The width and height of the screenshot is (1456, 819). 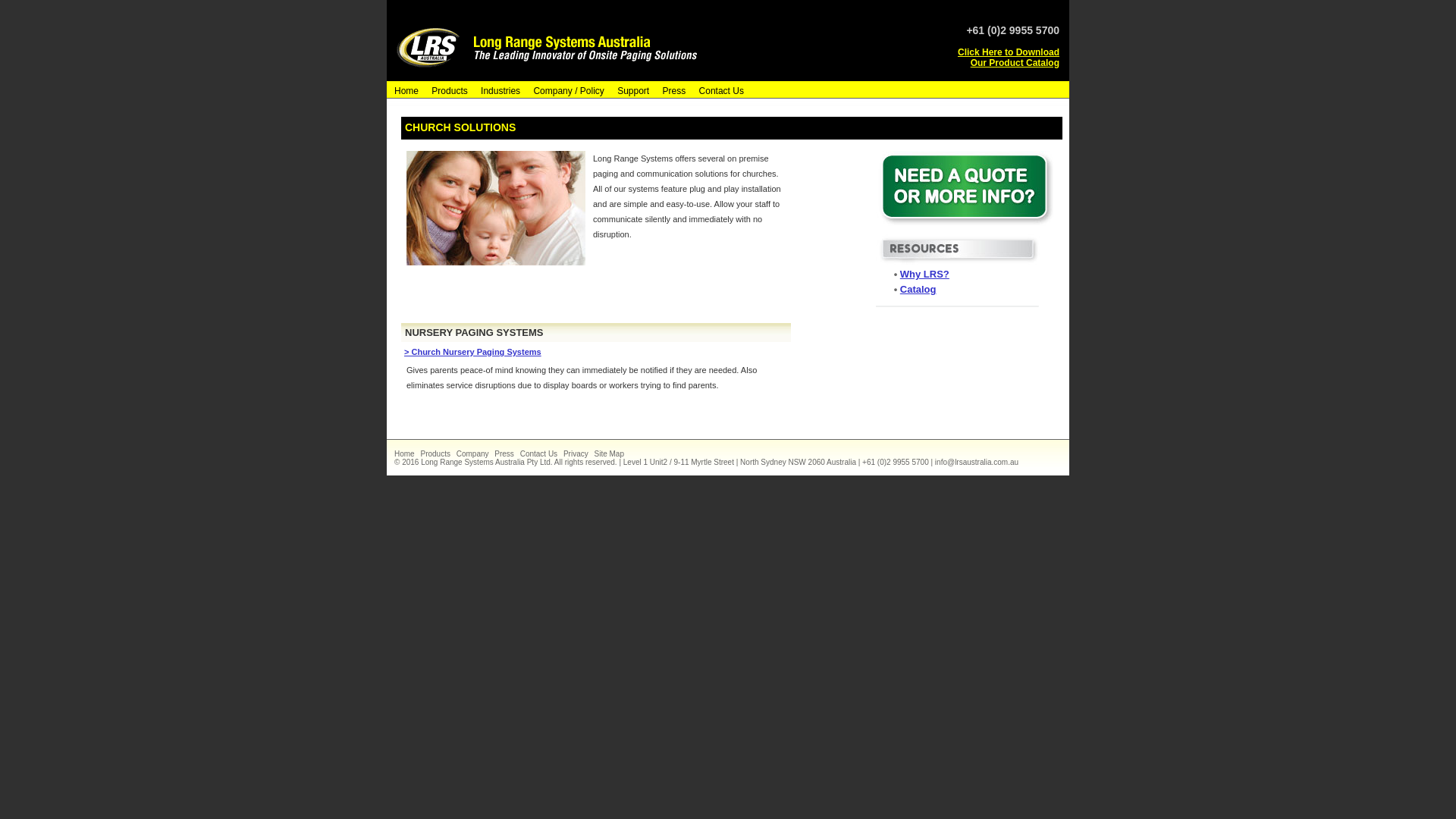 What do you see at coordinates (506, 452) in the screenshot?
I see `'Press'` at bounding box center [506, 452].